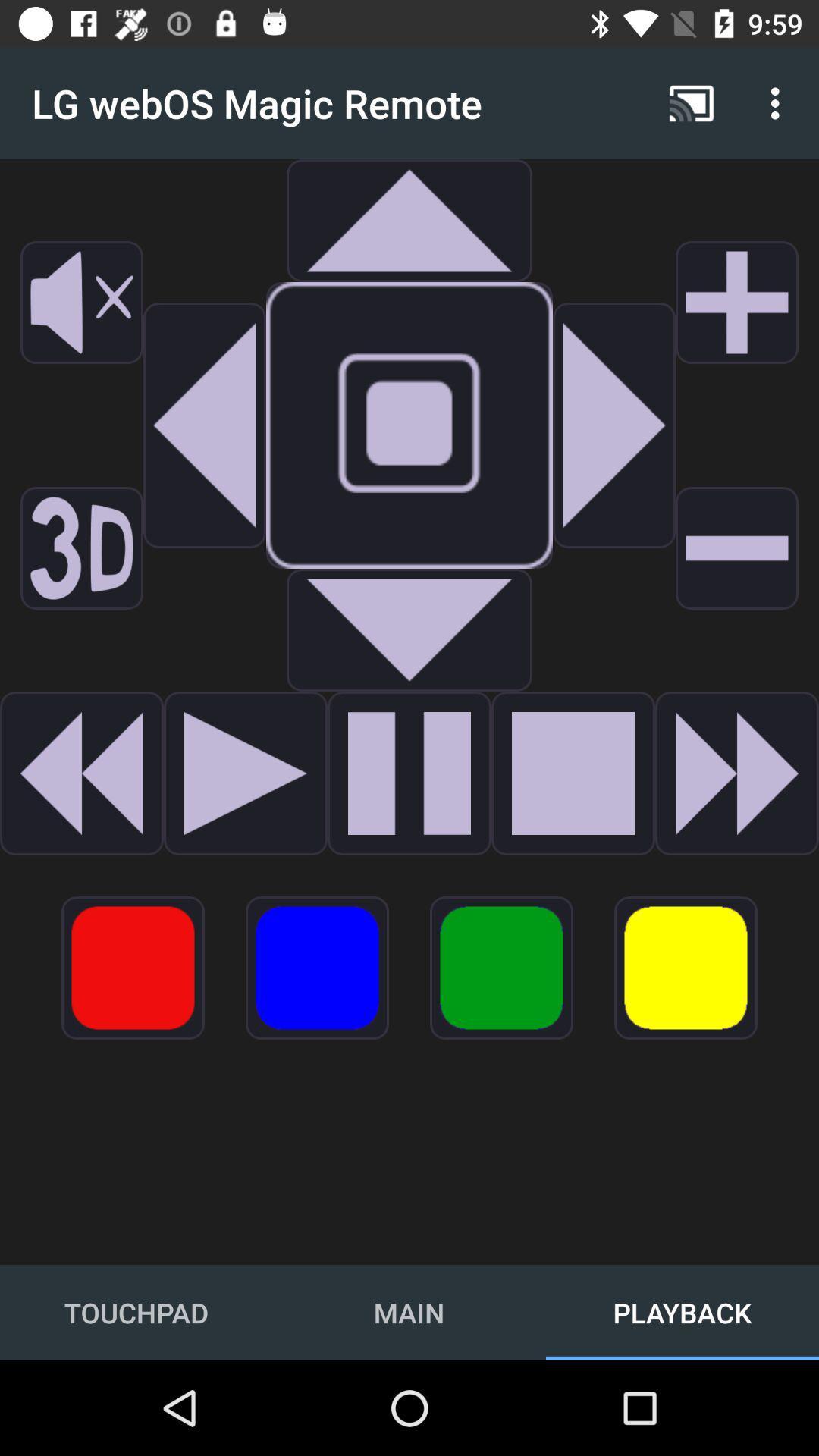 The height and width of the screenshot is (1456, 819). I want to click on next, so click(614, 425).